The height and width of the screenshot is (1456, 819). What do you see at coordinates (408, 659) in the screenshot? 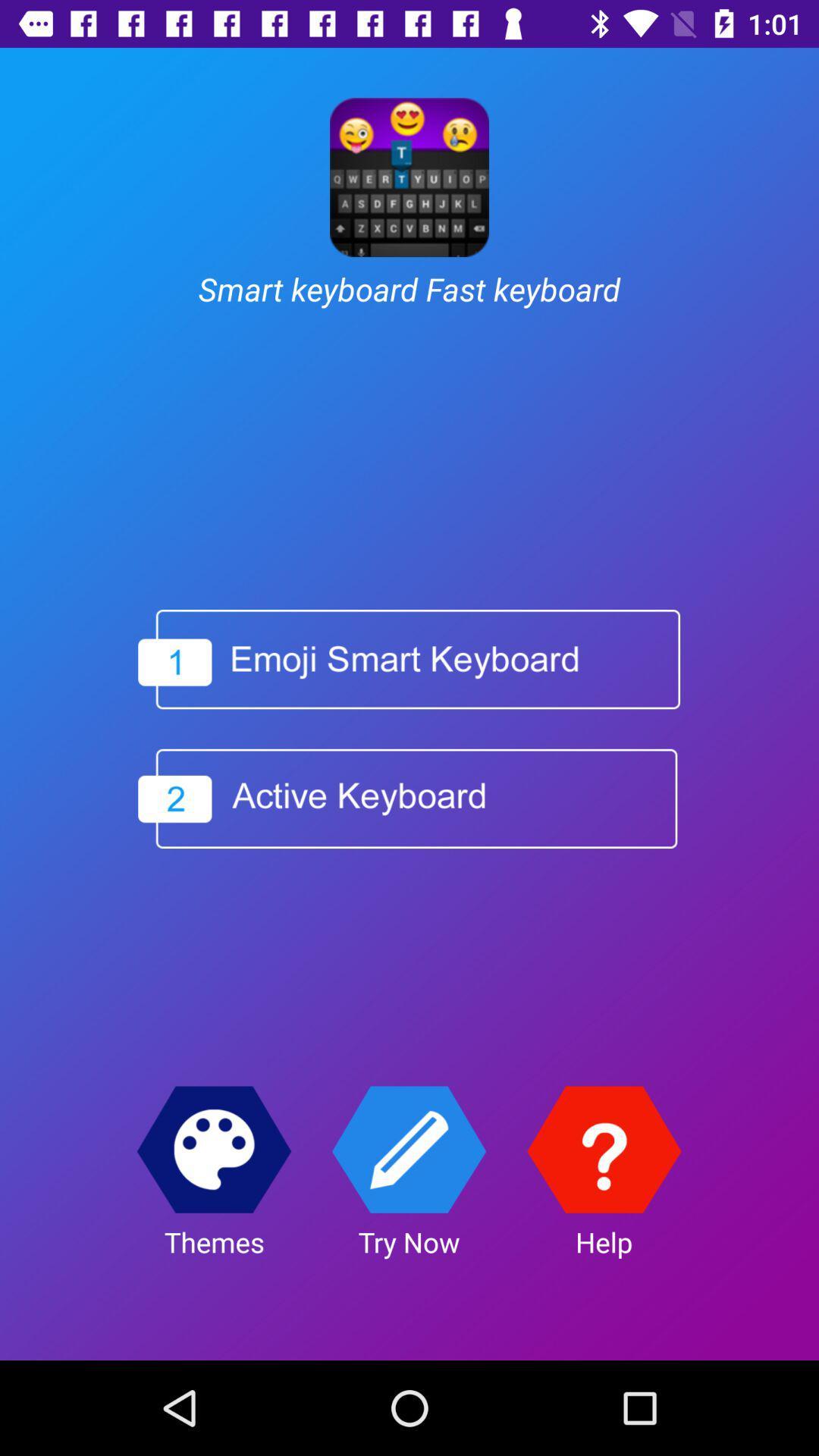
I see `emoji smart keyboard` at bounding box center [408, 659].